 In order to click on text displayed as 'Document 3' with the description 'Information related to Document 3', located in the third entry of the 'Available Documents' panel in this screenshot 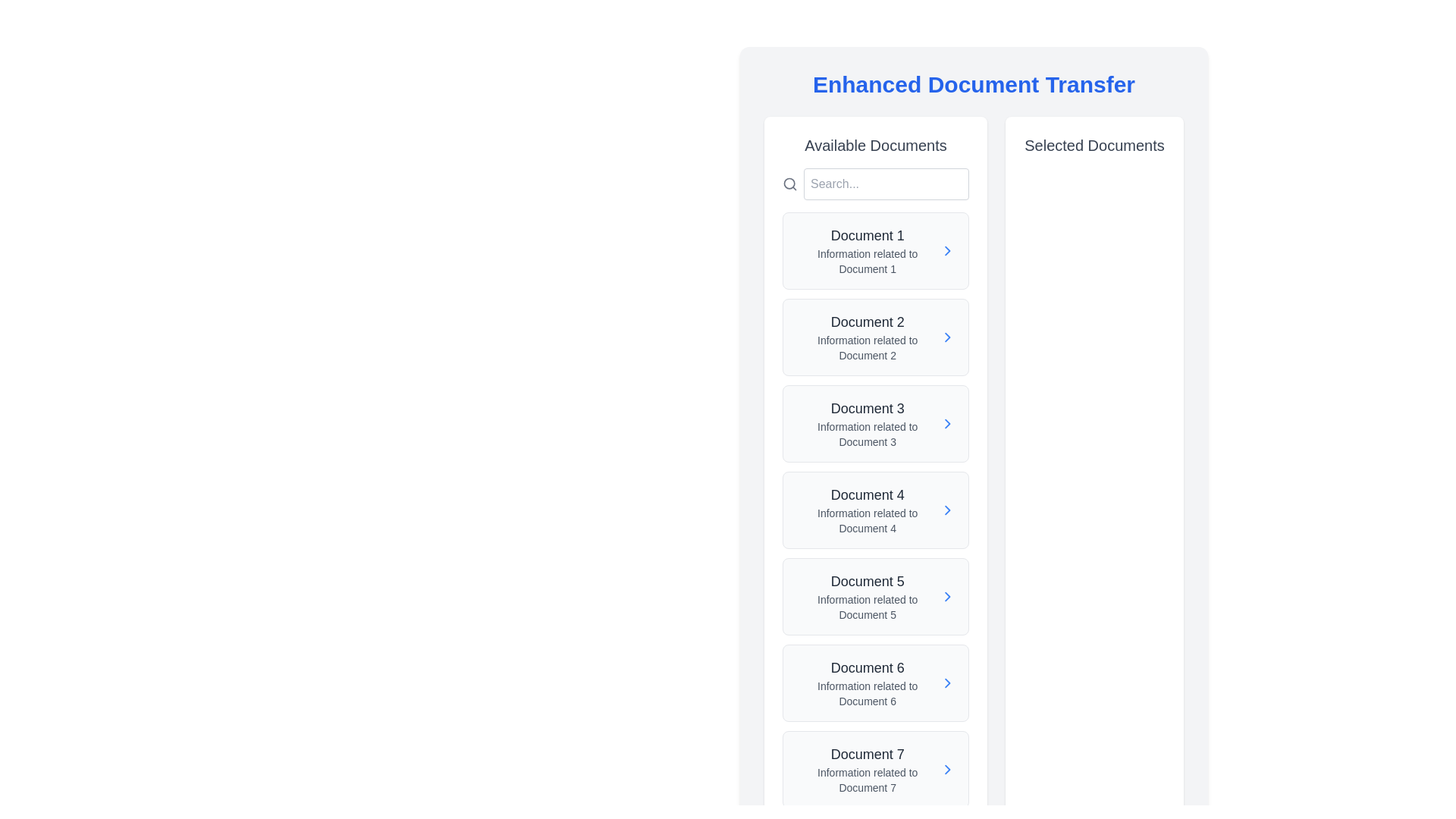, I will do `click(868, 424)`.